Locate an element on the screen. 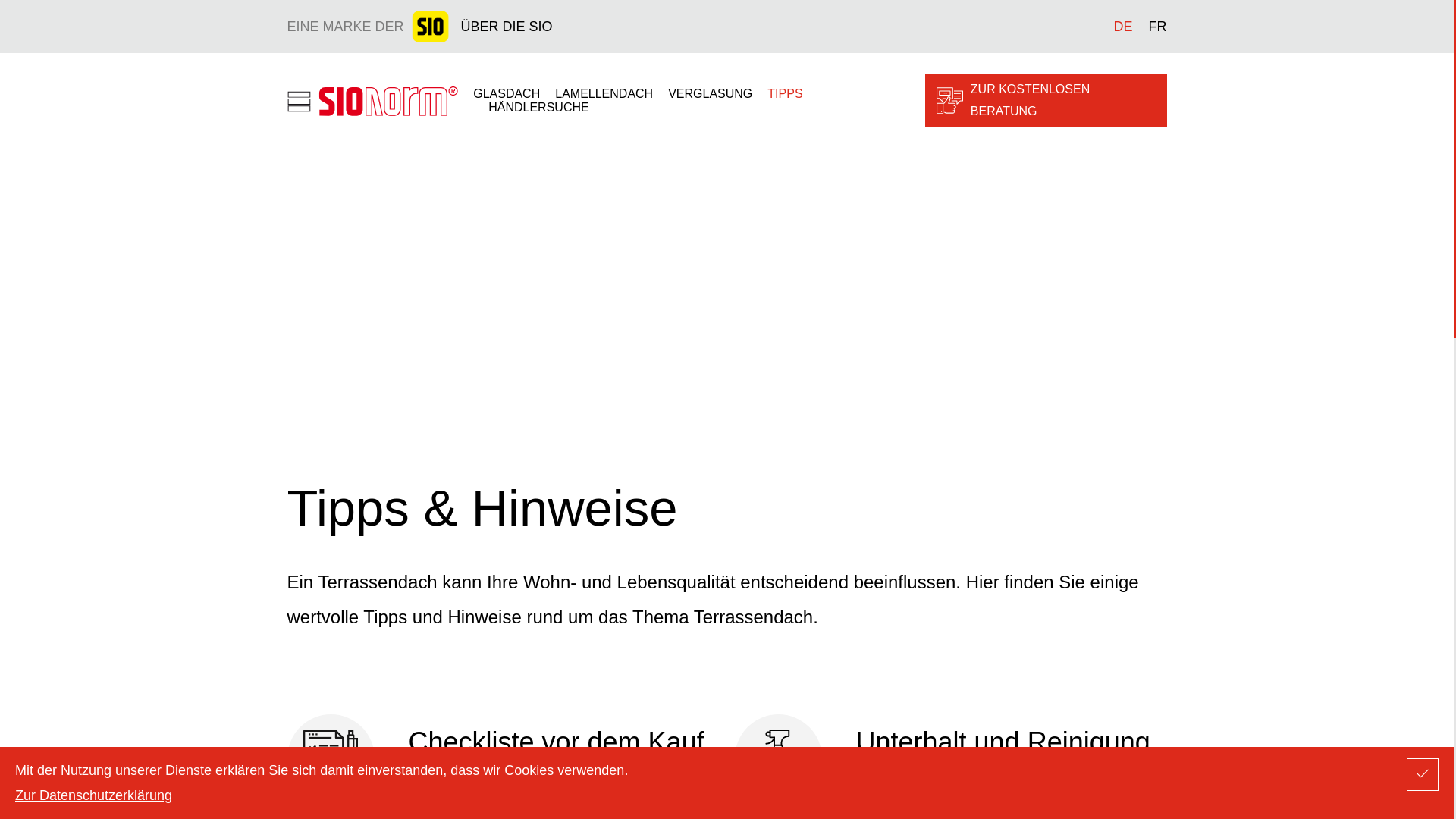 The width and height of the screenshot is (1456, 819). 'ZUR KOSTENLOSEN BERATUNG' is located at coordinates (1044, 100).